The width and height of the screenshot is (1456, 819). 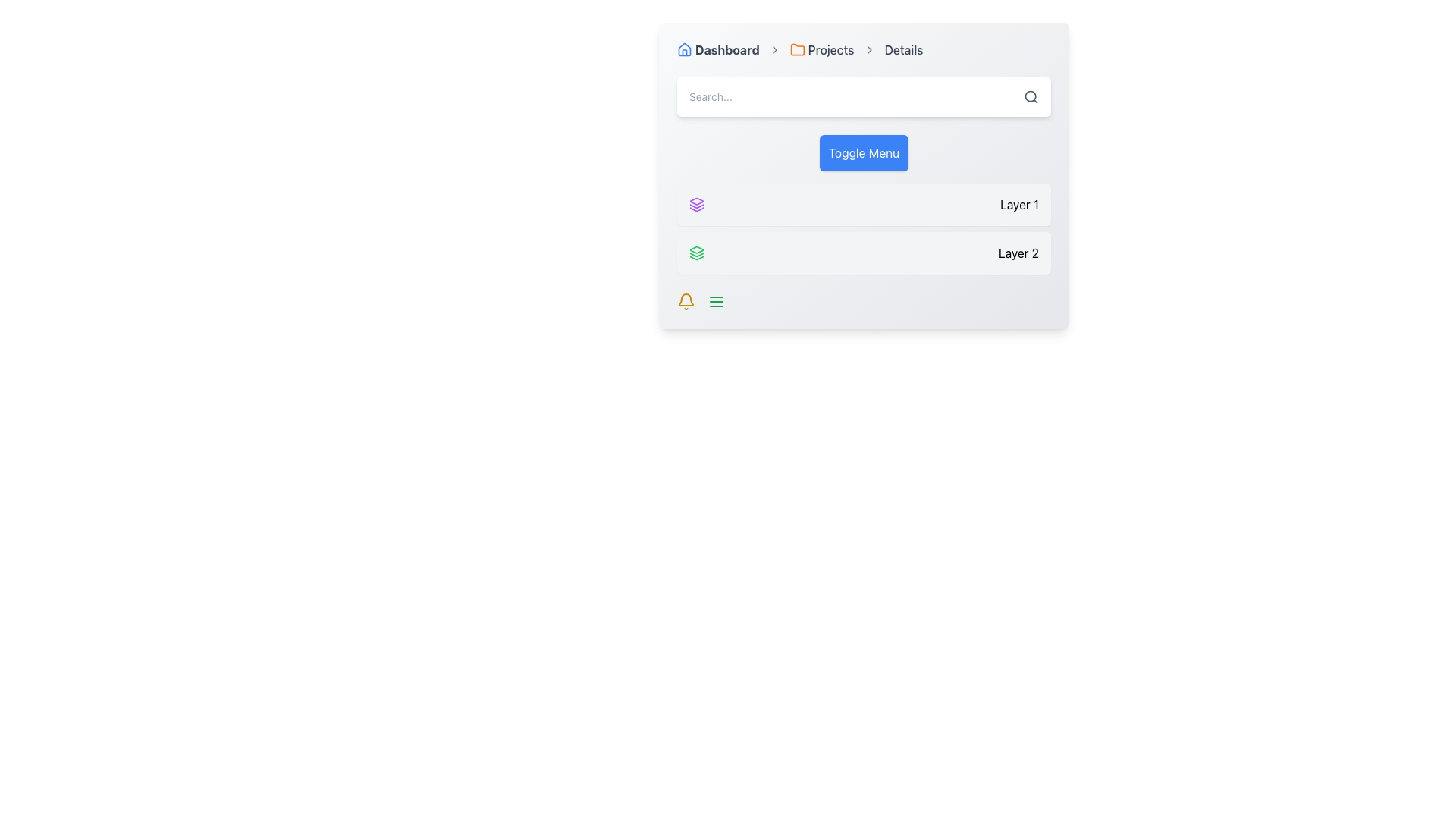 What do you see at coordinates (1019, 205) in the screenshot?
I see `the text label indicating 'Layer 1', which is positioned on the right side of a light gray rectangular card in a vertical list of cards` at bounding box center [1019, 205].